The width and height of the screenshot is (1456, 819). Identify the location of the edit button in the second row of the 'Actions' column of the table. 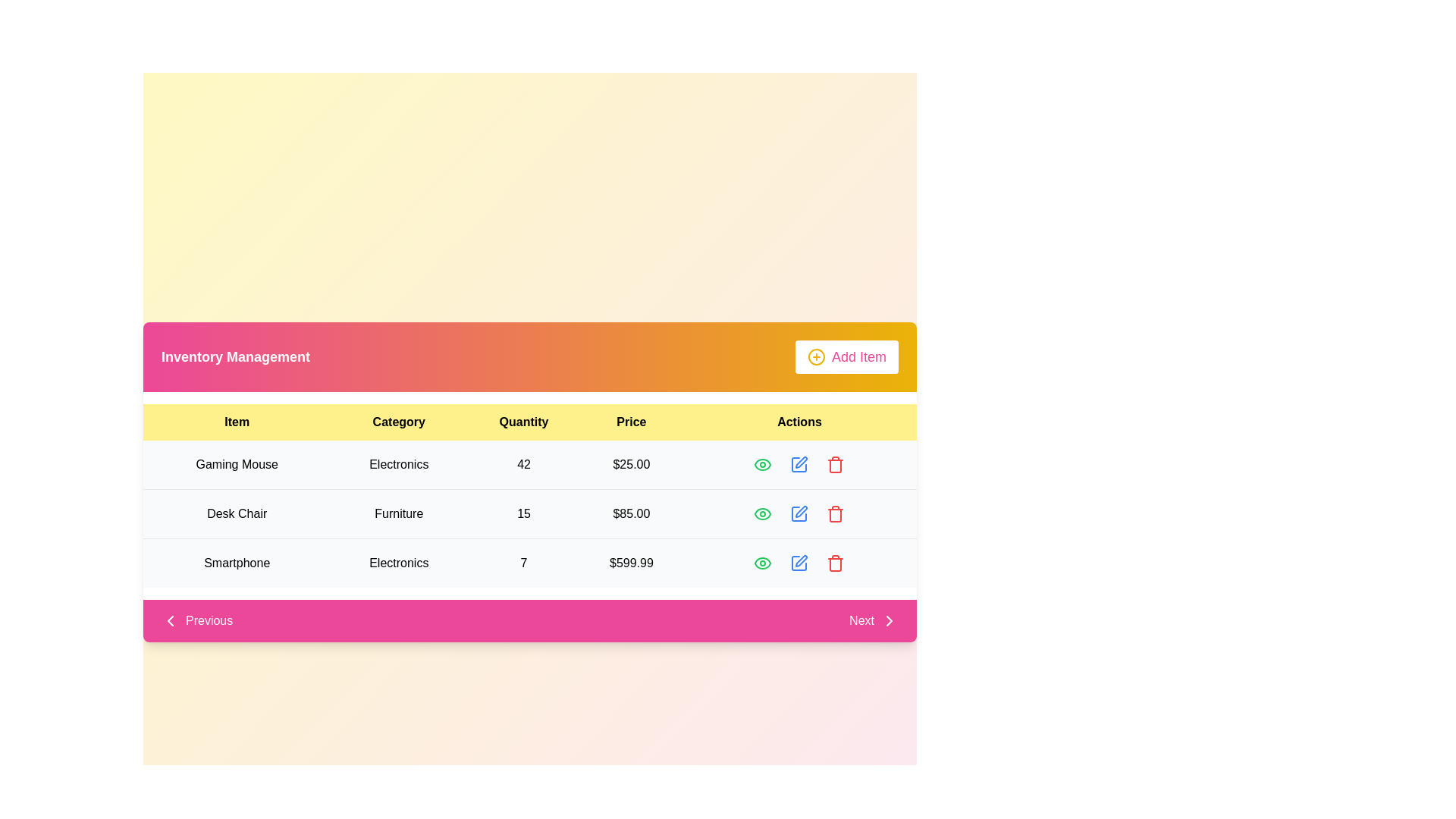
(799, 513).